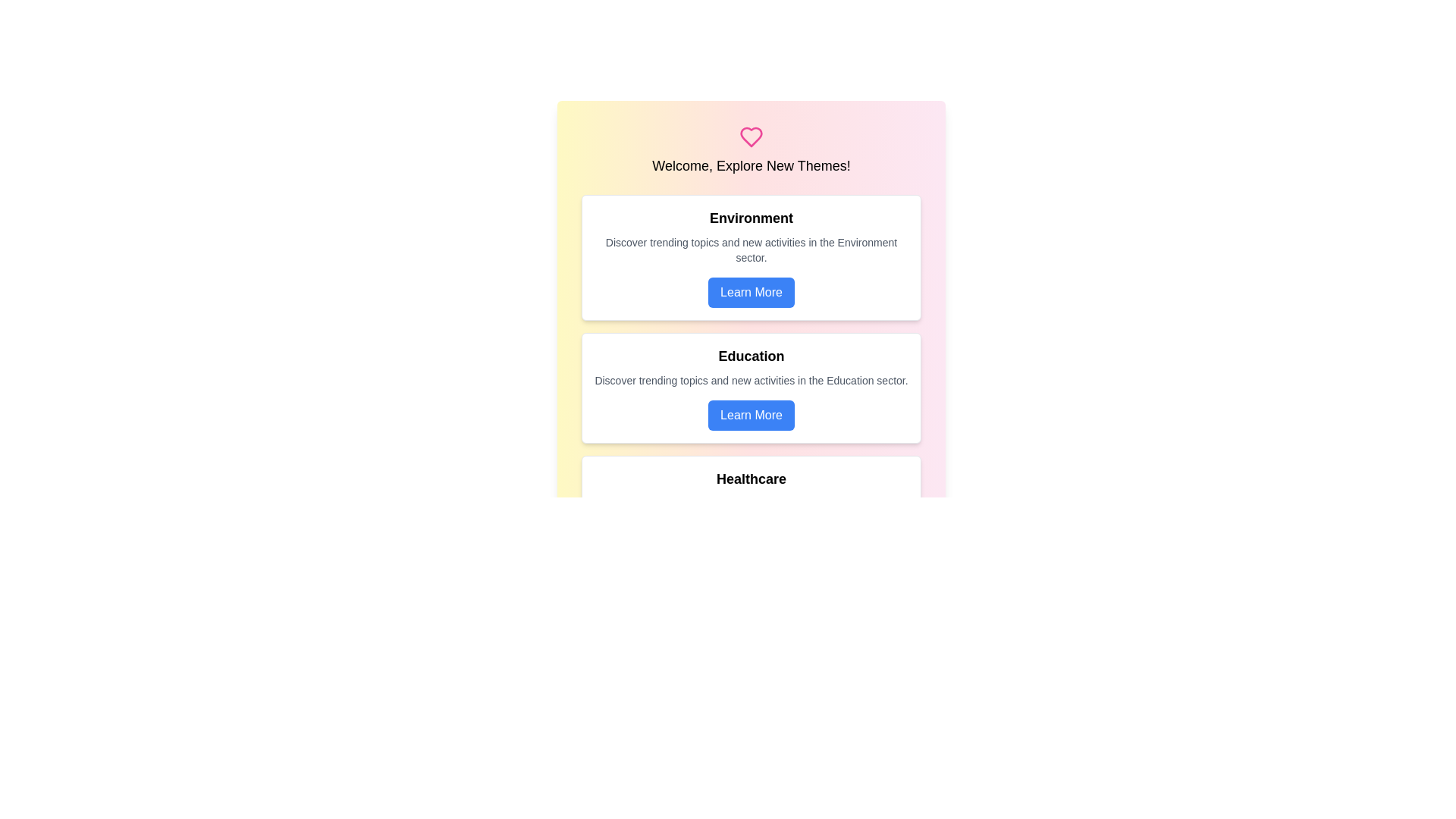 Image resolution: width=1456 pixels, height=819 pixels. Describe the element at coordinates (751, 479) in the screenshot. I see `the text label or heading at the top of the third card in the stacked layout that summarizes content related to the Healthcare sector` at that location.